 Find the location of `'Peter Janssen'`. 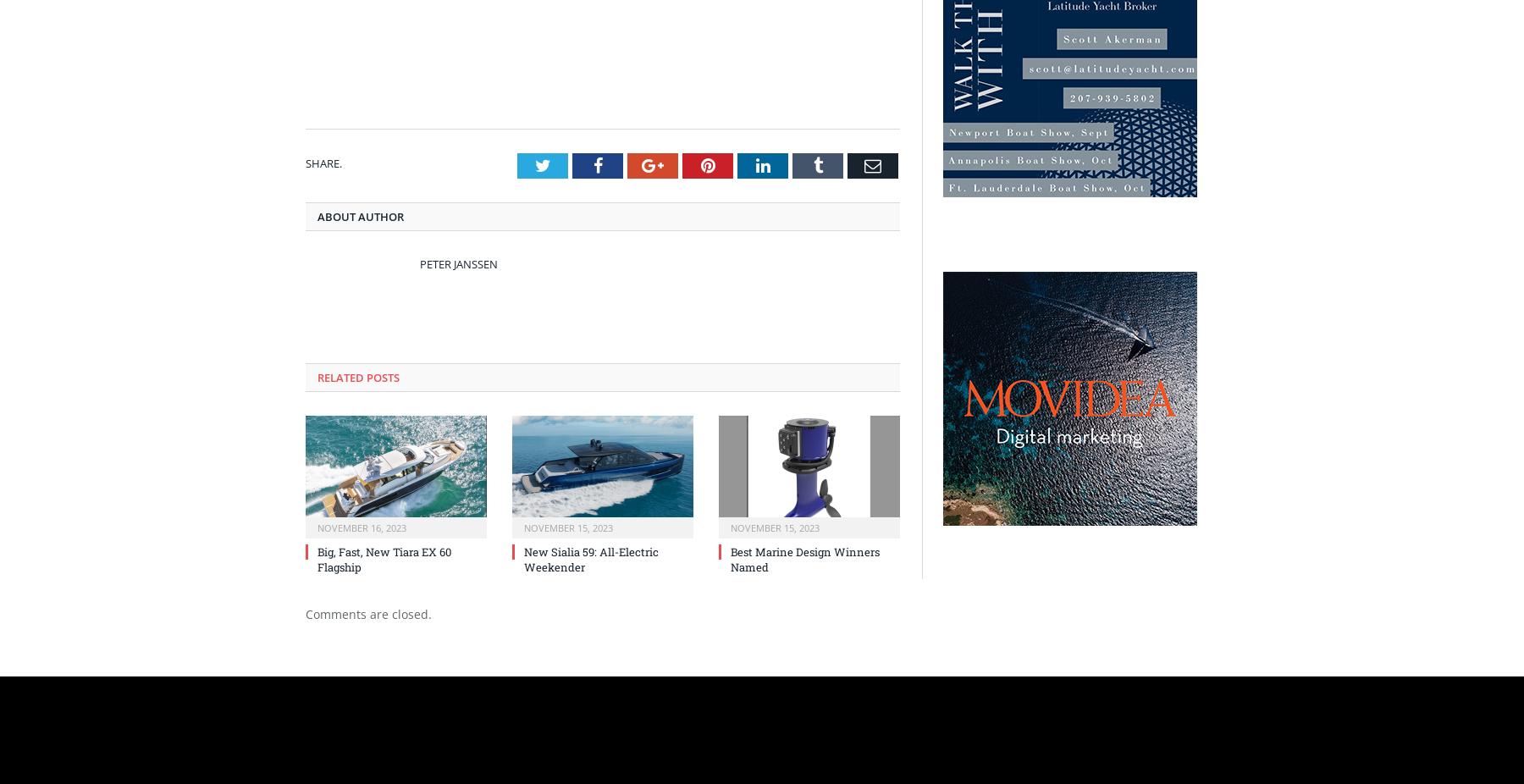

'Peter Janssen' is located at coordinates (457, 263).